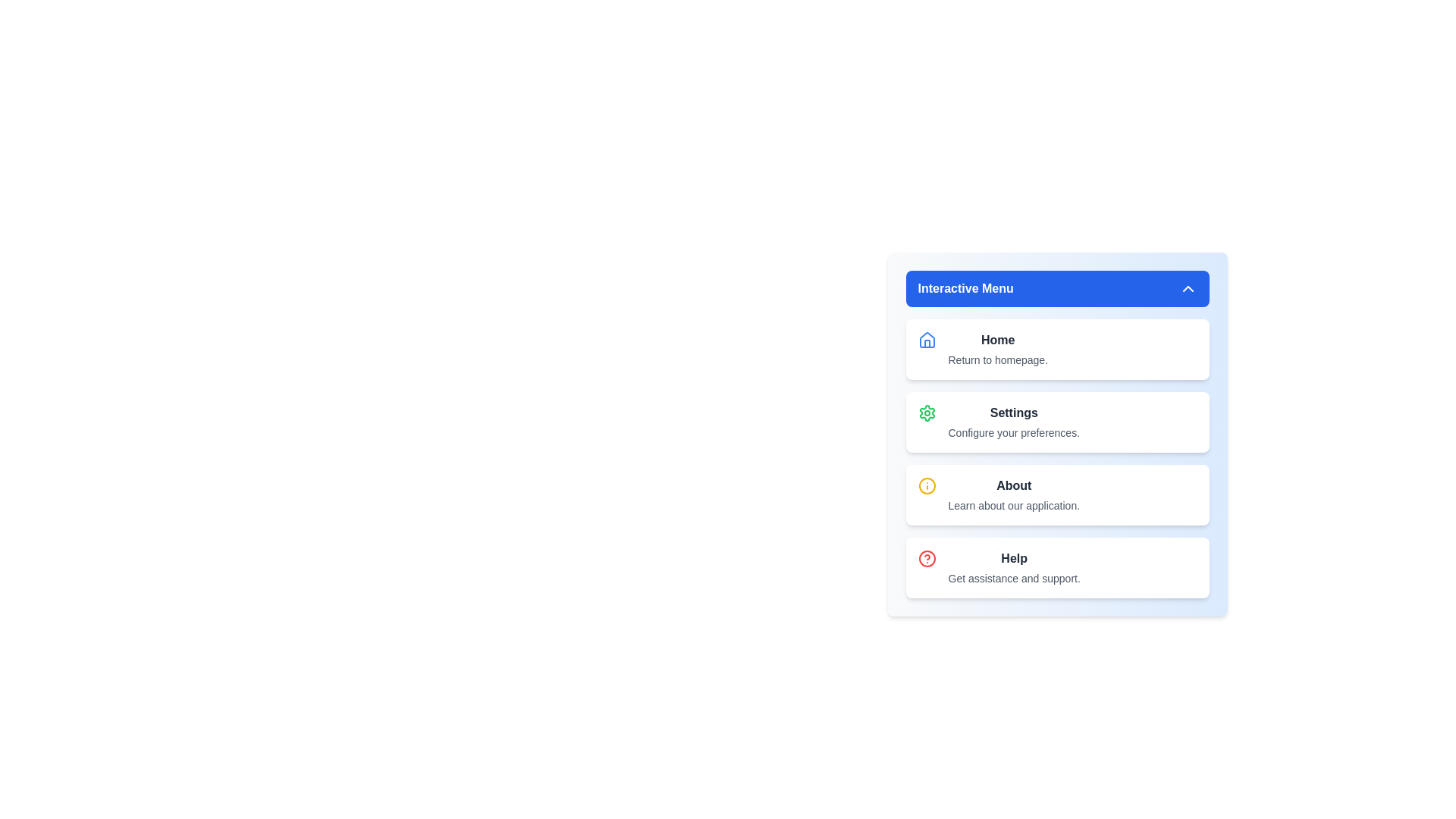 The image size is (1456, 819). I want to click on the text label that says 'Return to homepage.' located below the bold 'Home' text within the first card of the interactive menu, so click(998, 359).